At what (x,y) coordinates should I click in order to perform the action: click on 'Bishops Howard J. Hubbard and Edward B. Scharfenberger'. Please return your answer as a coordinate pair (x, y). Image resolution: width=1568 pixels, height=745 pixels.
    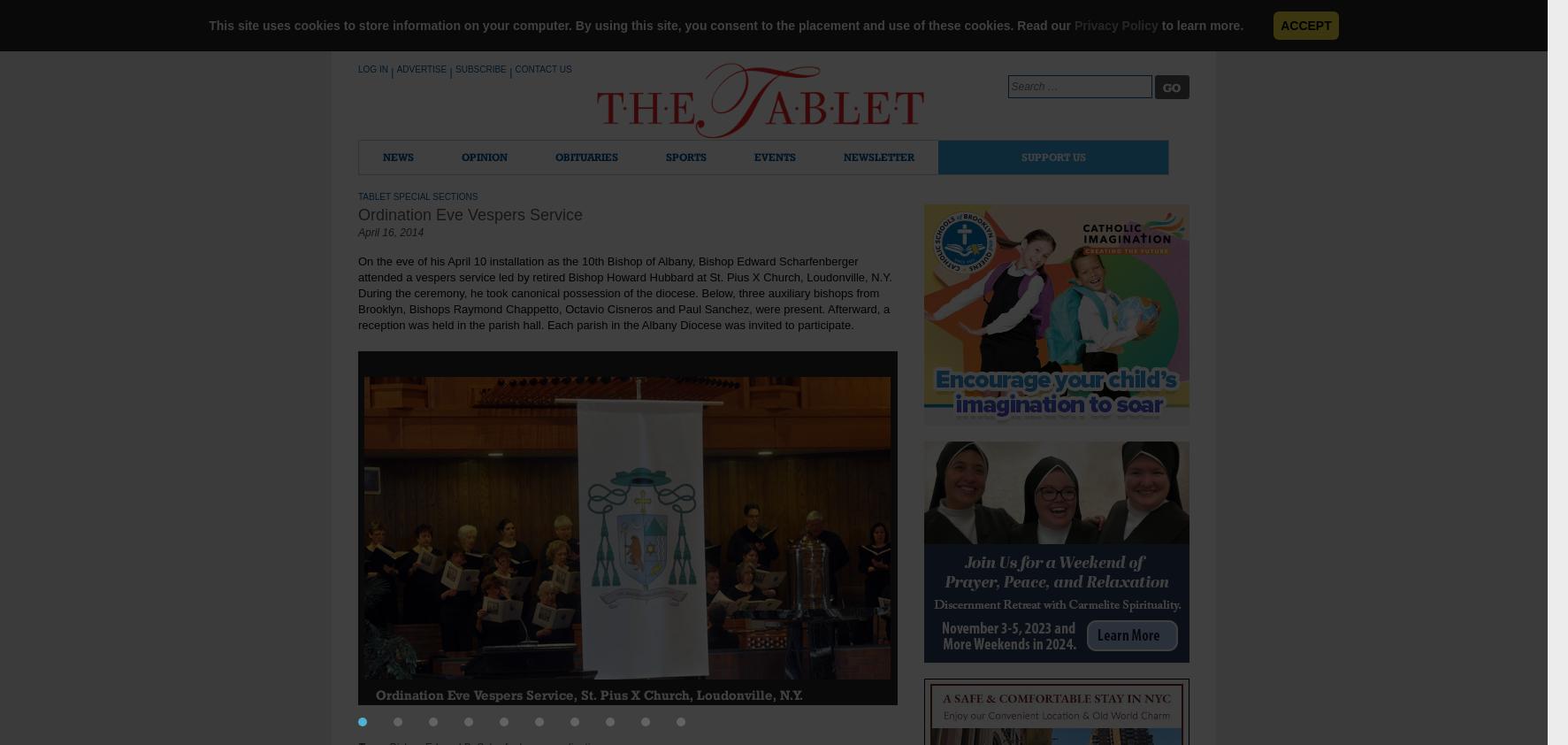
    Looking at the image, I should click on (1103, 708).